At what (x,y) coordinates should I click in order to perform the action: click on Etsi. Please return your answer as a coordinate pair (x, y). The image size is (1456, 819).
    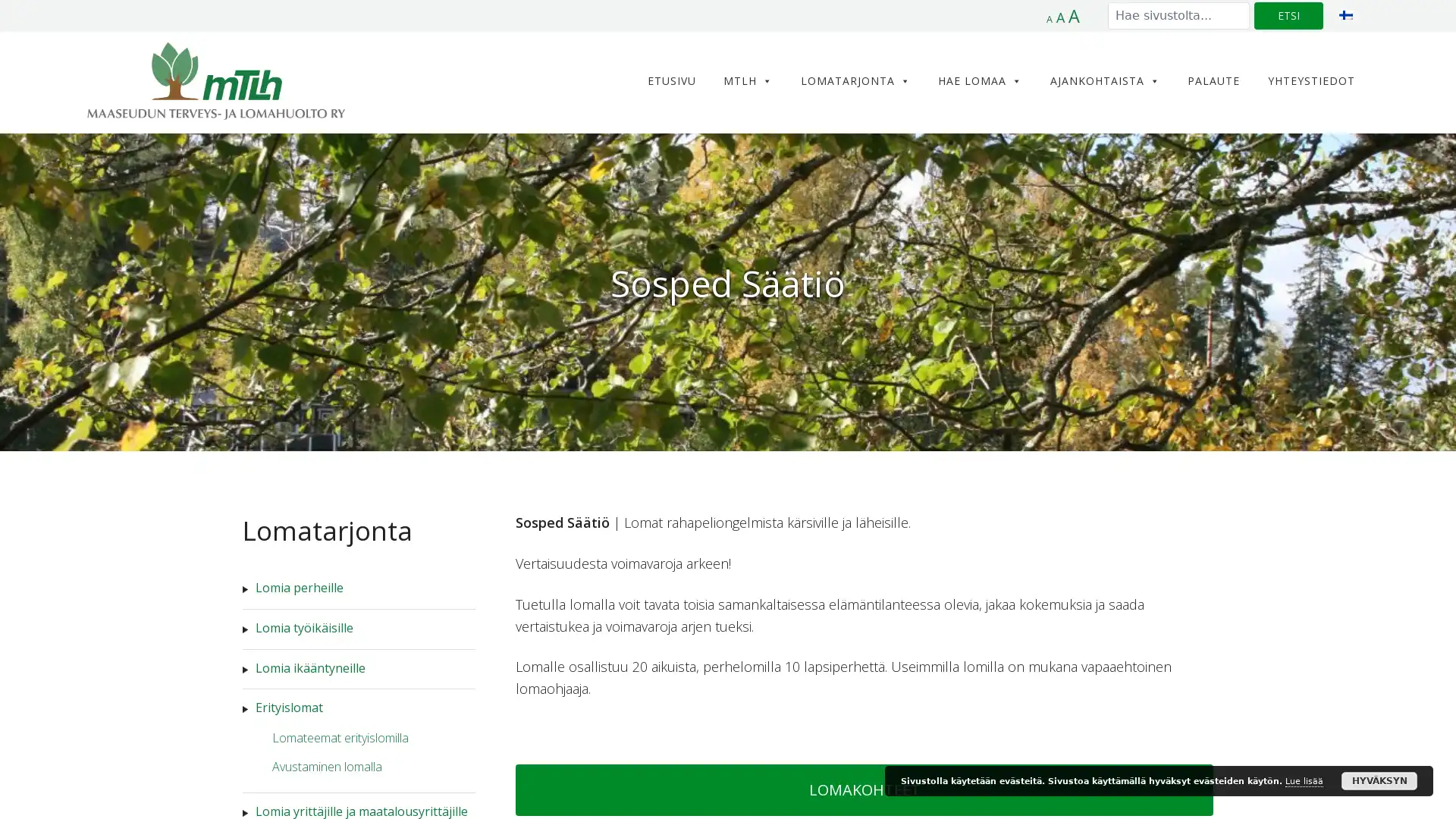
    Looking at the image, I should click on (1288, 15).